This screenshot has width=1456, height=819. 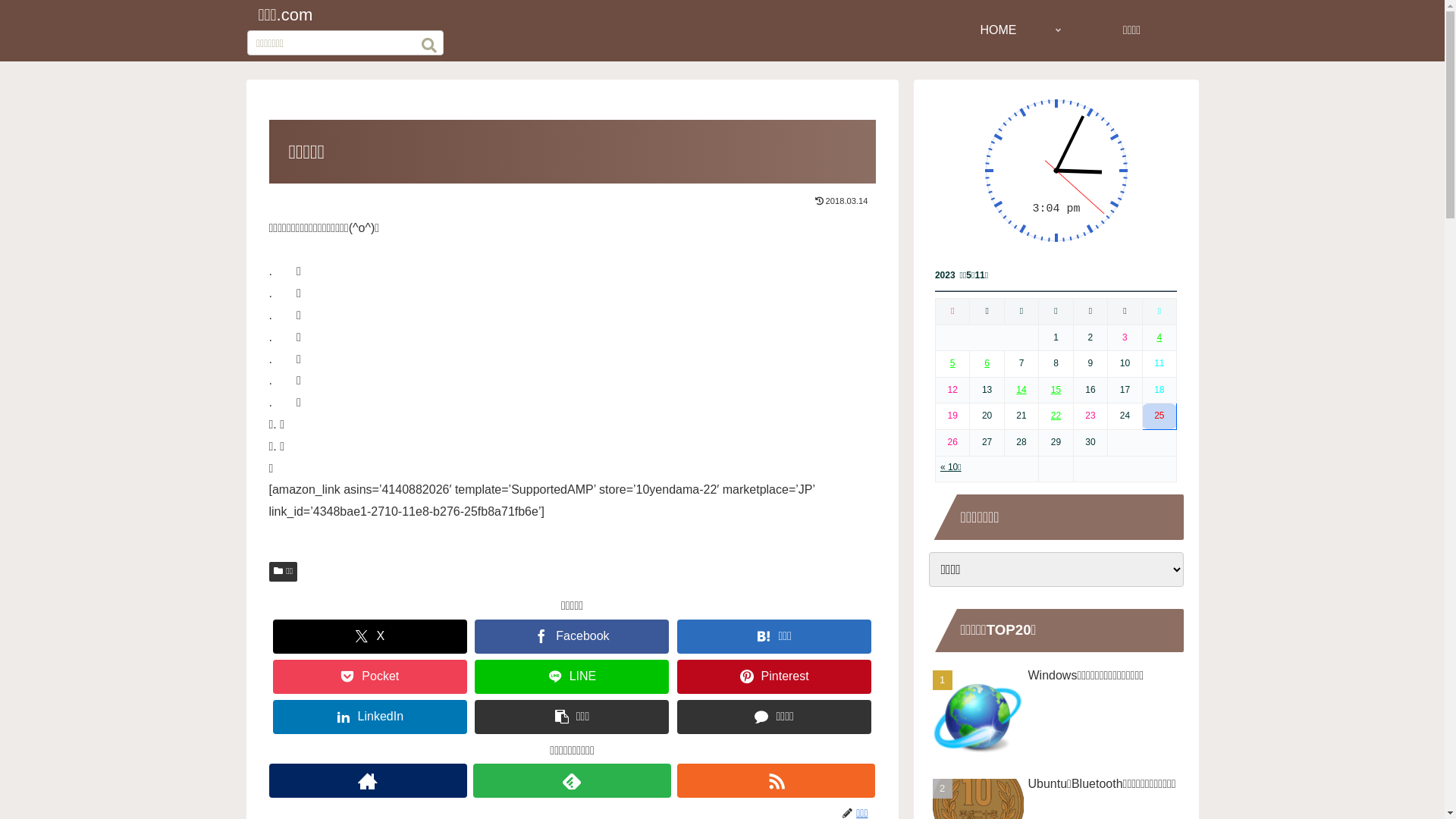 I want to click on '6', so click(x=987, y=362).